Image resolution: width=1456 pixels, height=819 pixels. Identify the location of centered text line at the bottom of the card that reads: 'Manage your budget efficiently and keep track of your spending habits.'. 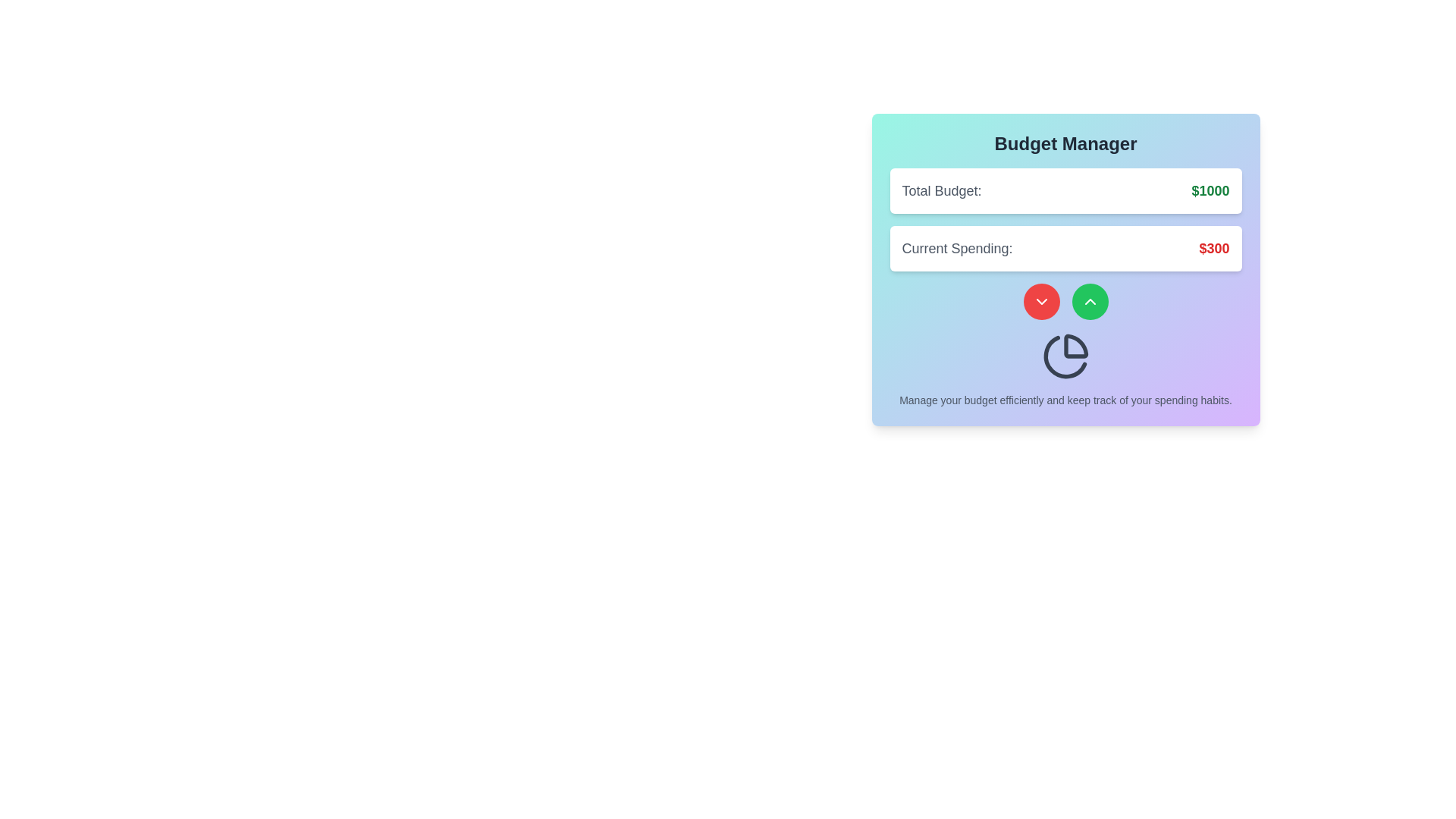
(1065, 400).